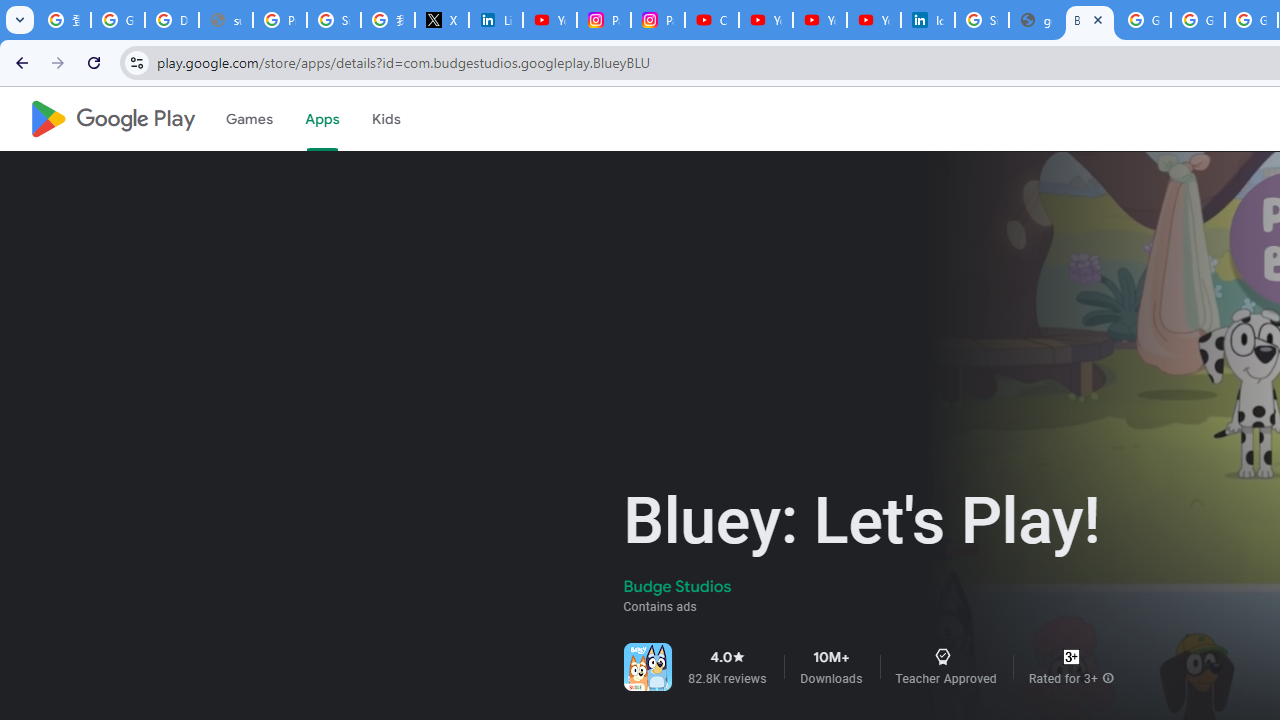 This screenshot has width=1280, height=720. Describe the element at coordinates (1088, 20) in the screenshot. I see `'Bluey: Let'` at that location.